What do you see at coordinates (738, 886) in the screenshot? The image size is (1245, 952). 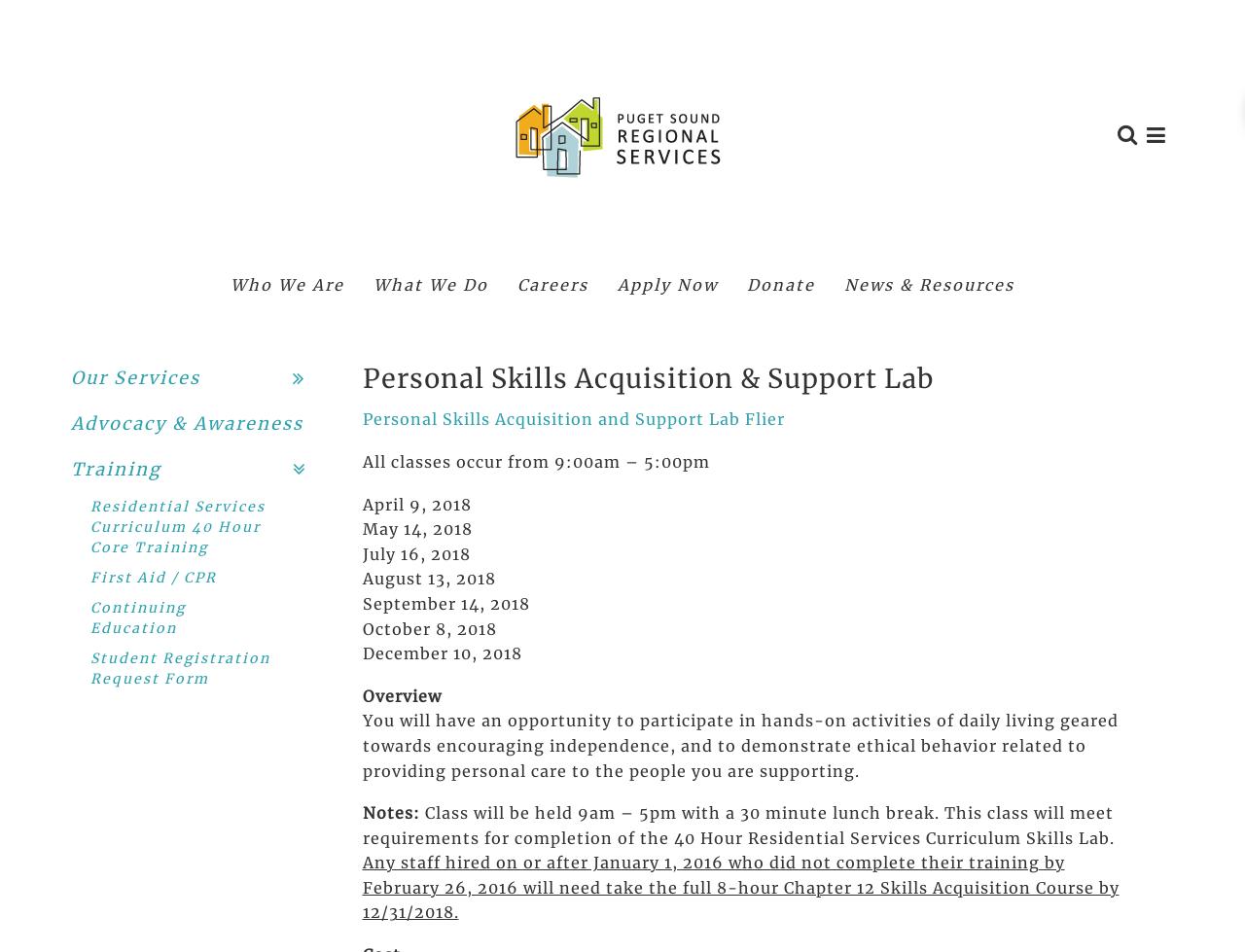 I see `'Any staff hired on or after January 1, 2016 who did not complete their training by February 26, 2016 will need take the full 8-hour Chapter 12 Skills Acquisition Course by 12/31/2018.'` at bounding box center [738, 886].